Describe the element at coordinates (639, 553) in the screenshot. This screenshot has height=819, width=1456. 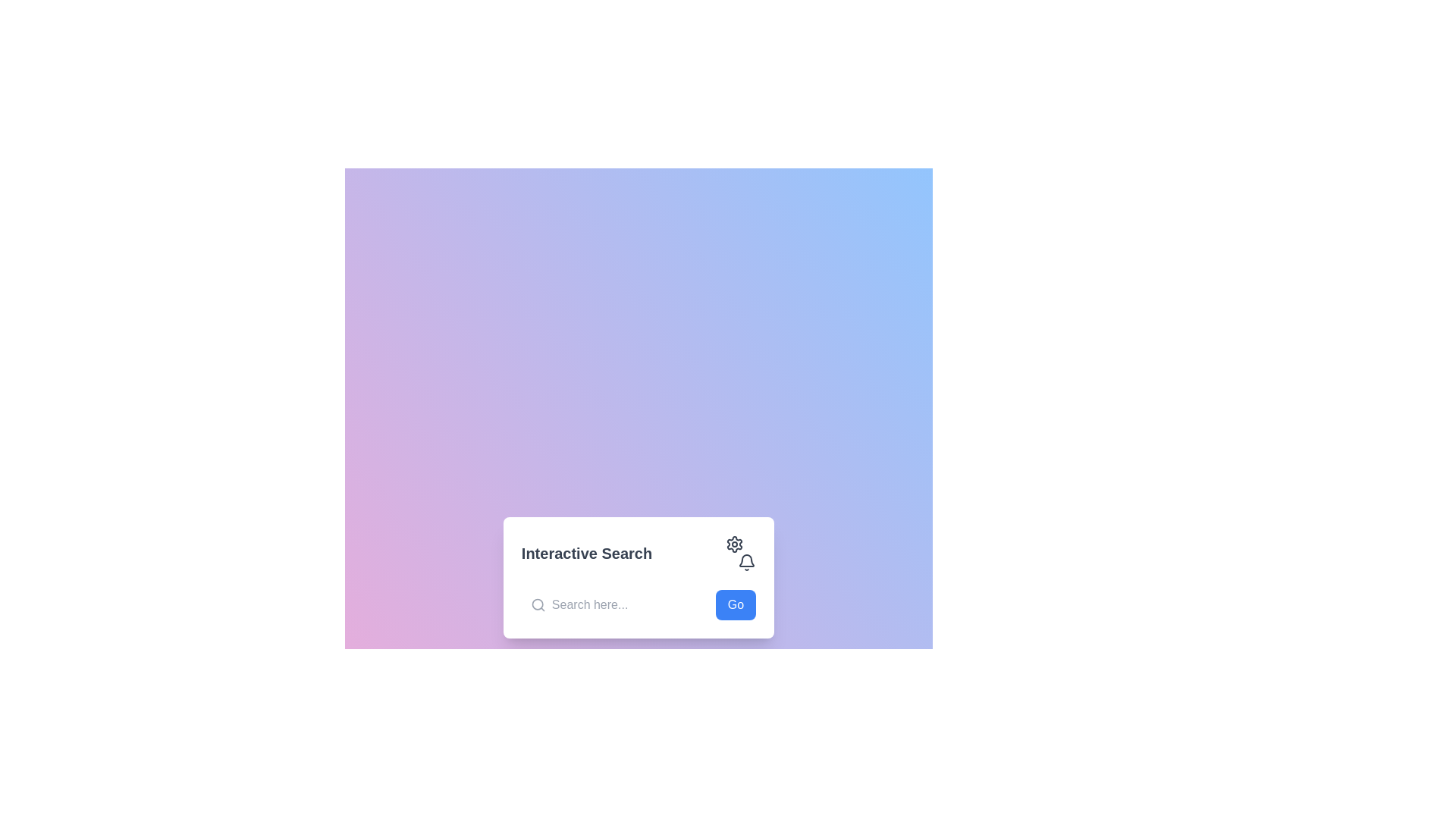
I see `the 'Interactive Search' text label located at the top of the card-style layout, which is left-aligned to the interactive icons on the right` at that location.